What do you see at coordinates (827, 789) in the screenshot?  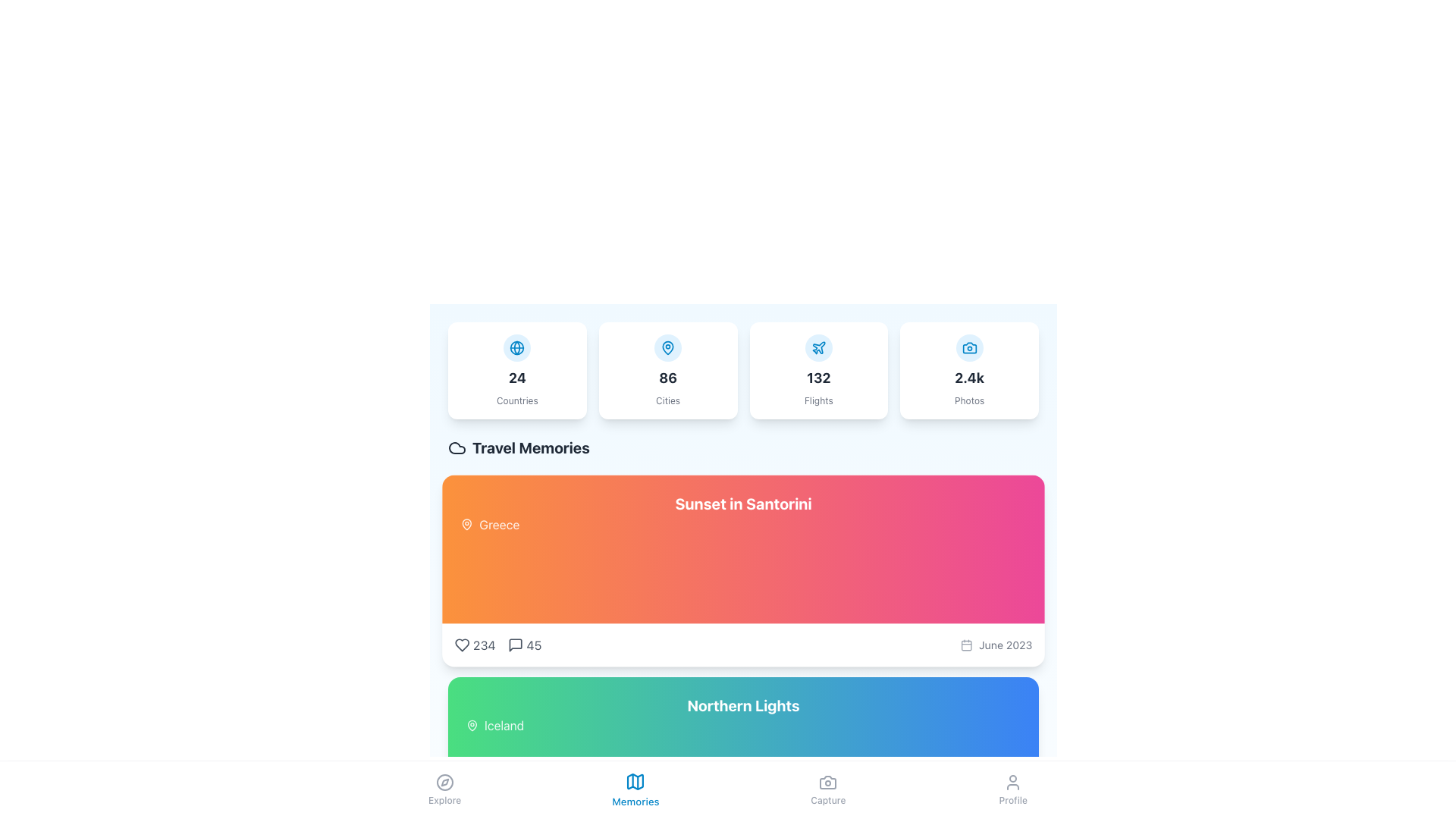 I see `the third button in the bottom navigation bar, positioned between the 'Memories' button and the 'Profile' button` at bounding box center [827, 789].